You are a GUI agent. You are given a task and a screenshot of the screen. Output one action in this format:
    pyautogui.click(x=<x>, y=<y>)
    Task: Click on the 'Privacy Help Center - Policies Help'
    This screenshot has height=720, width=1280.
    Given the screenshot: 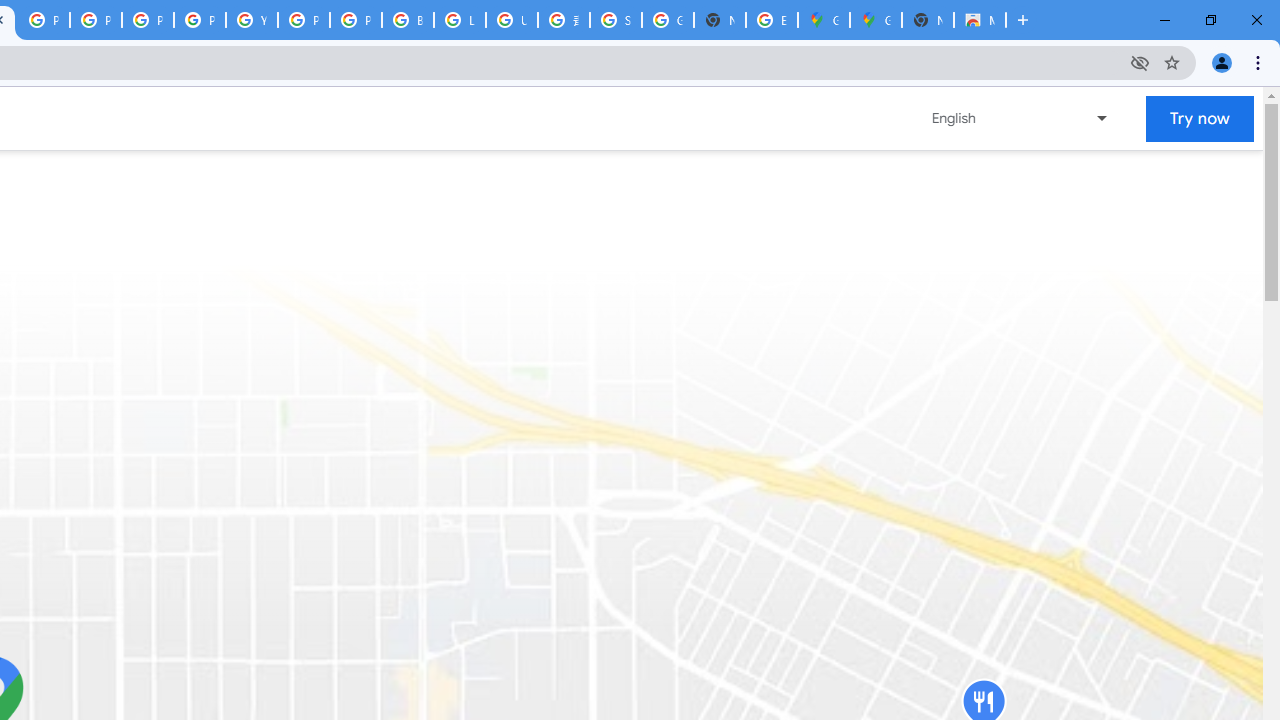 What is the action you would take?
    pyautogui.click(x=95, y=20)
    